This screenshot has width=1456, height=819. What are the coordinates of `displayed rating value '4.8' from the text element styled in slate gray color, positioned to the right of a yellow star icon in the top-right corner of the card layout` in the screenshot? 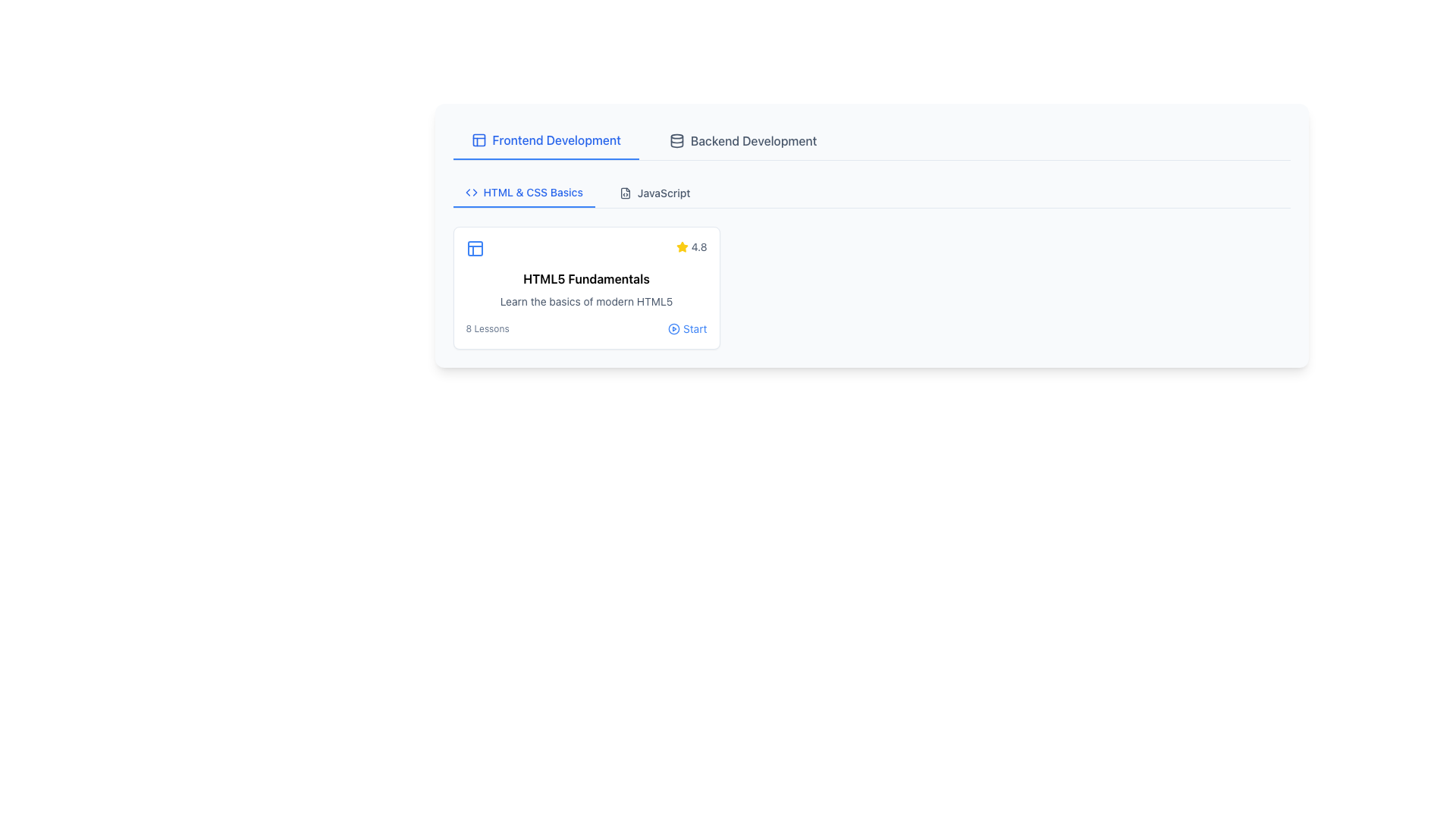 It's located at (698, 246).